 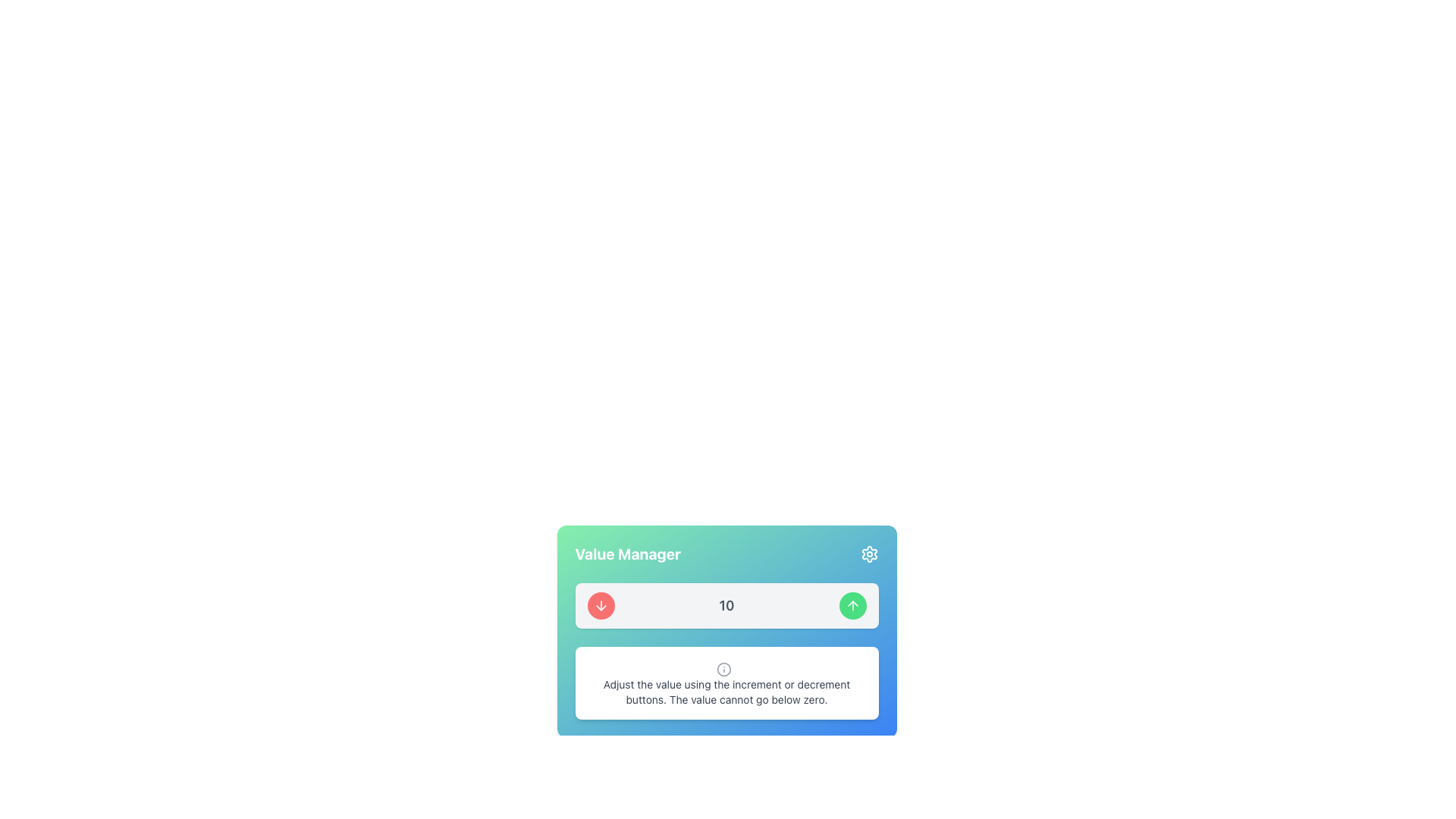 I want to click on the gear icon in the top-right corner of the 'Value Manager' card, so click(x=869, y=554).